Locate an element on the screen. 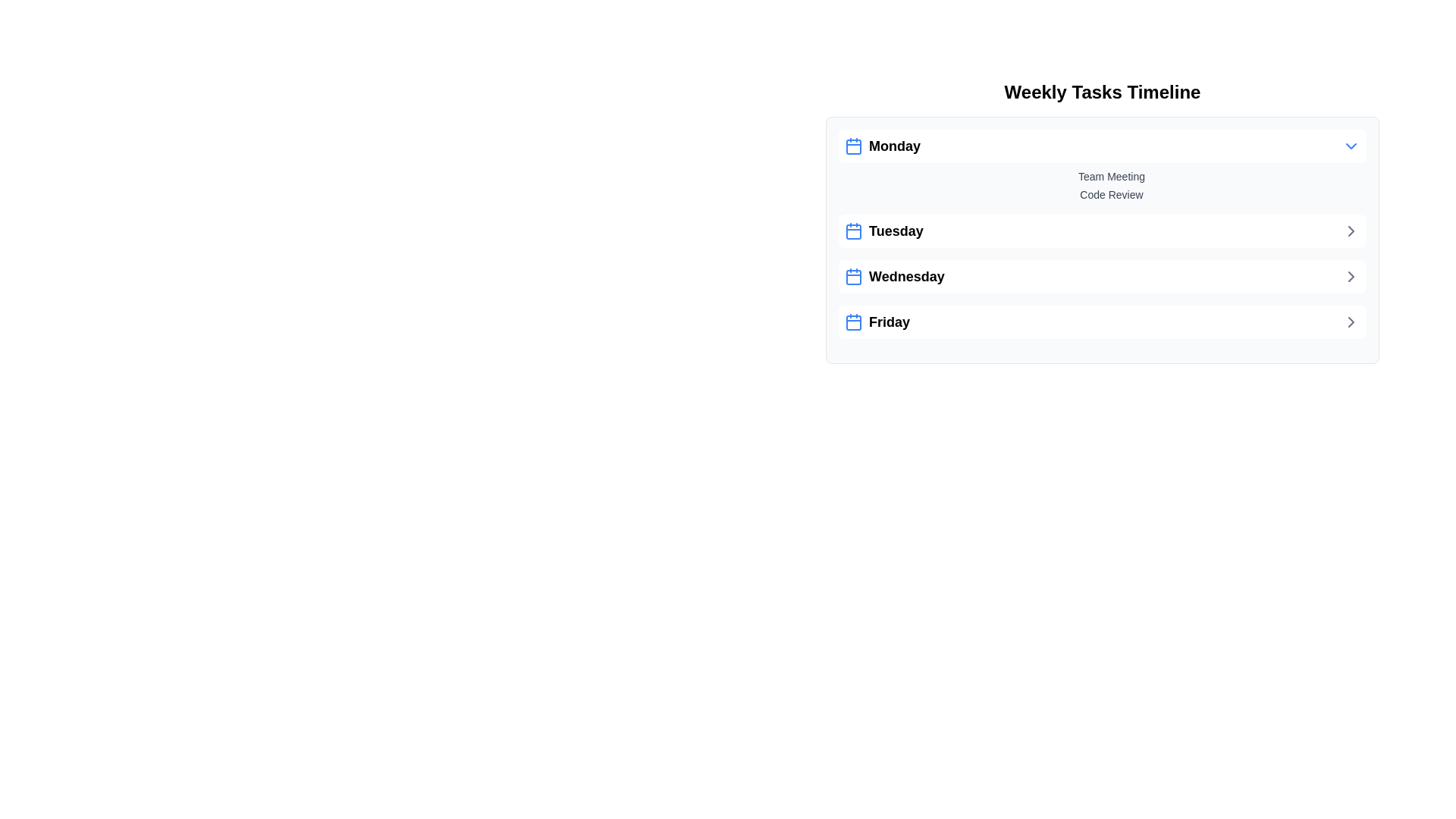 The height and width of the screenshot is (819, 1456). the decorative background for the calendar icon associated with the 'Tuesday' entry in the Weekly Tasks Timeline card is located at coordinates (854, 231).